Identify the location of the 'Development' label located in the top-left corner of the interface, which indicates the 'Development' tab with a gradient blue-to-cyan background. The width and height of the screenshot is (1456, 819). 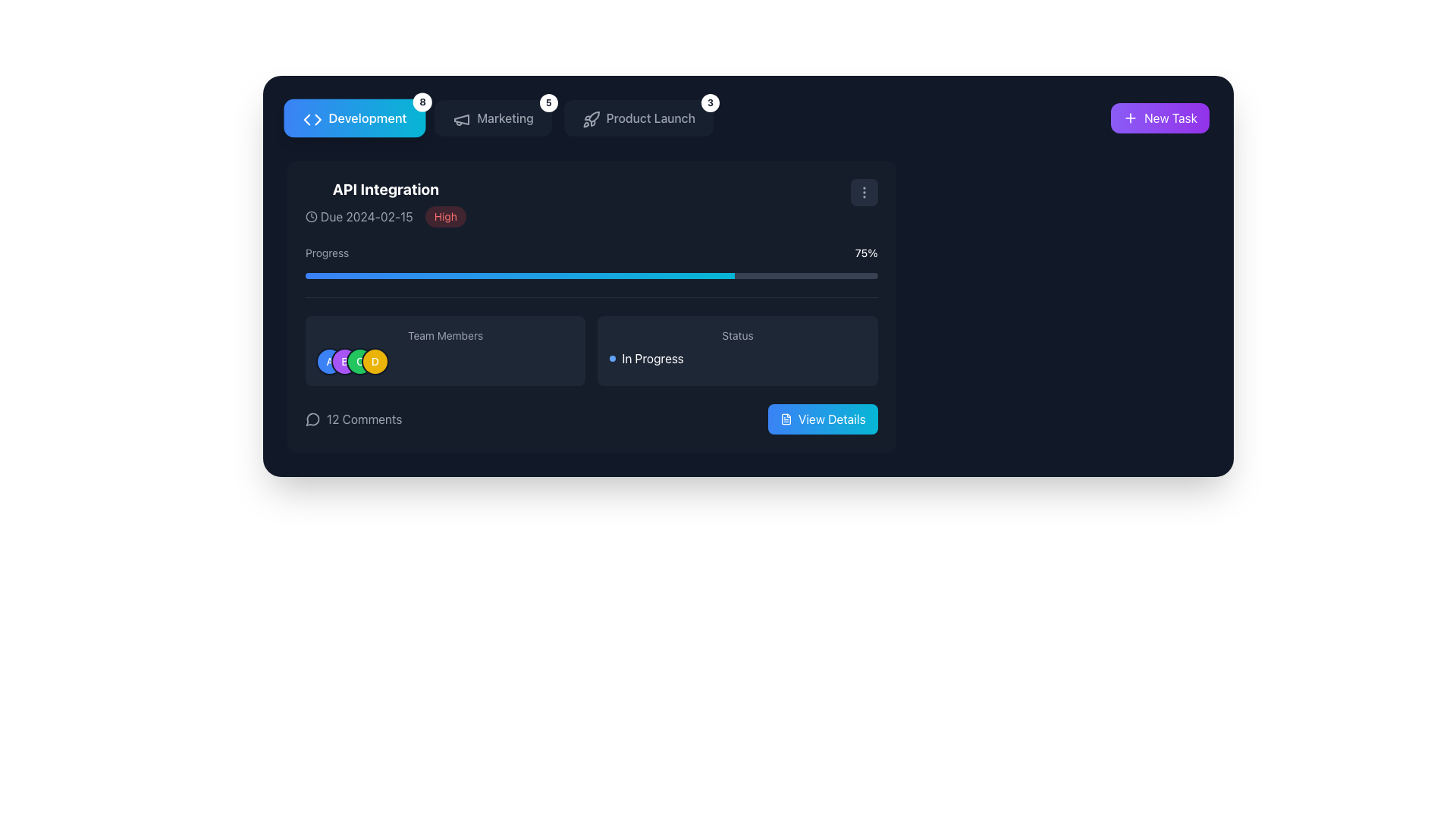
(367, 117).